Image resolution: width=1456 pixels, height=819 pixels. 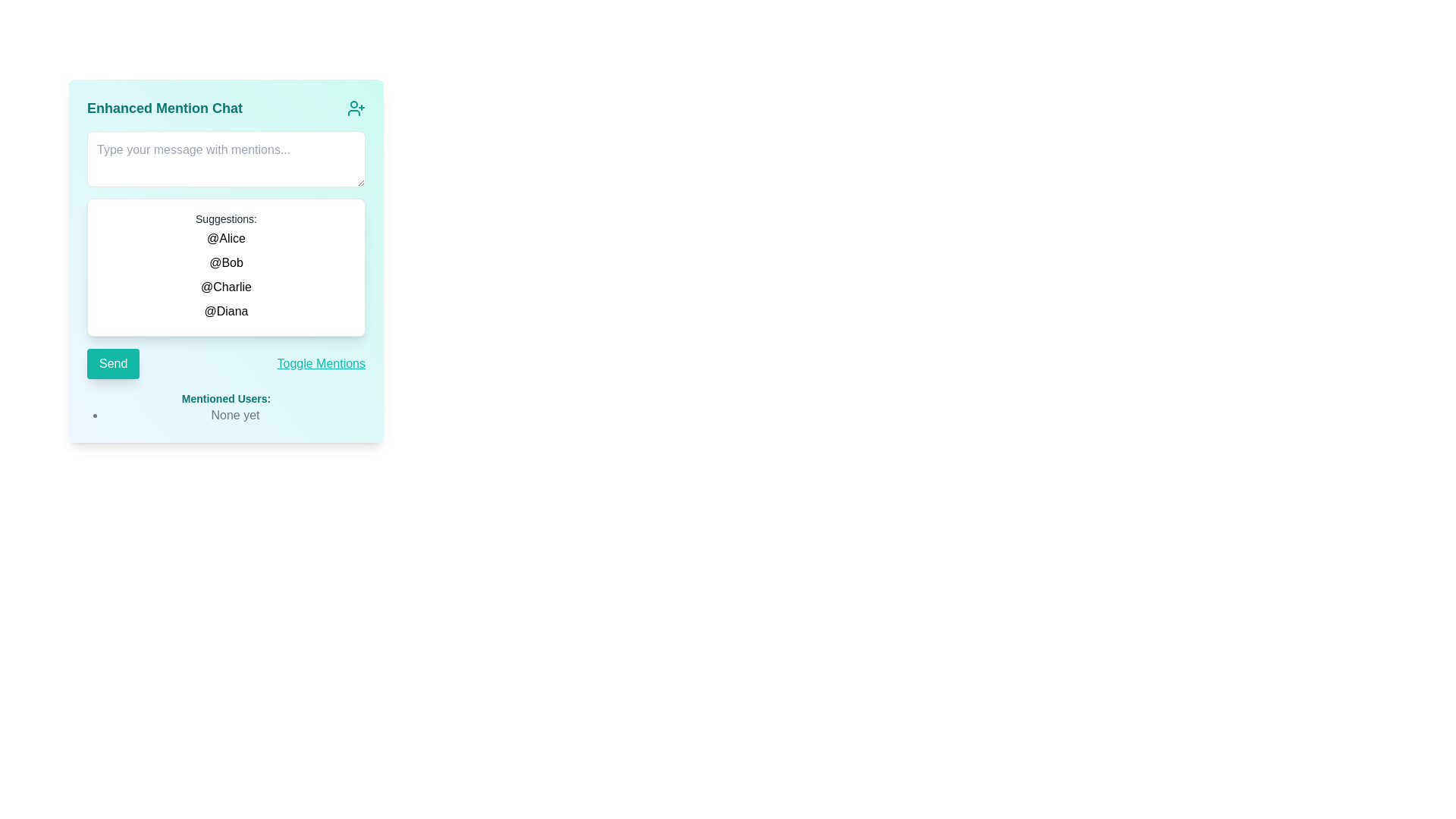 I want to click on the selectable mention option labeled '@Charlie', which is the third item in a vertical list of mentionable names, so click(x=225, y=287).